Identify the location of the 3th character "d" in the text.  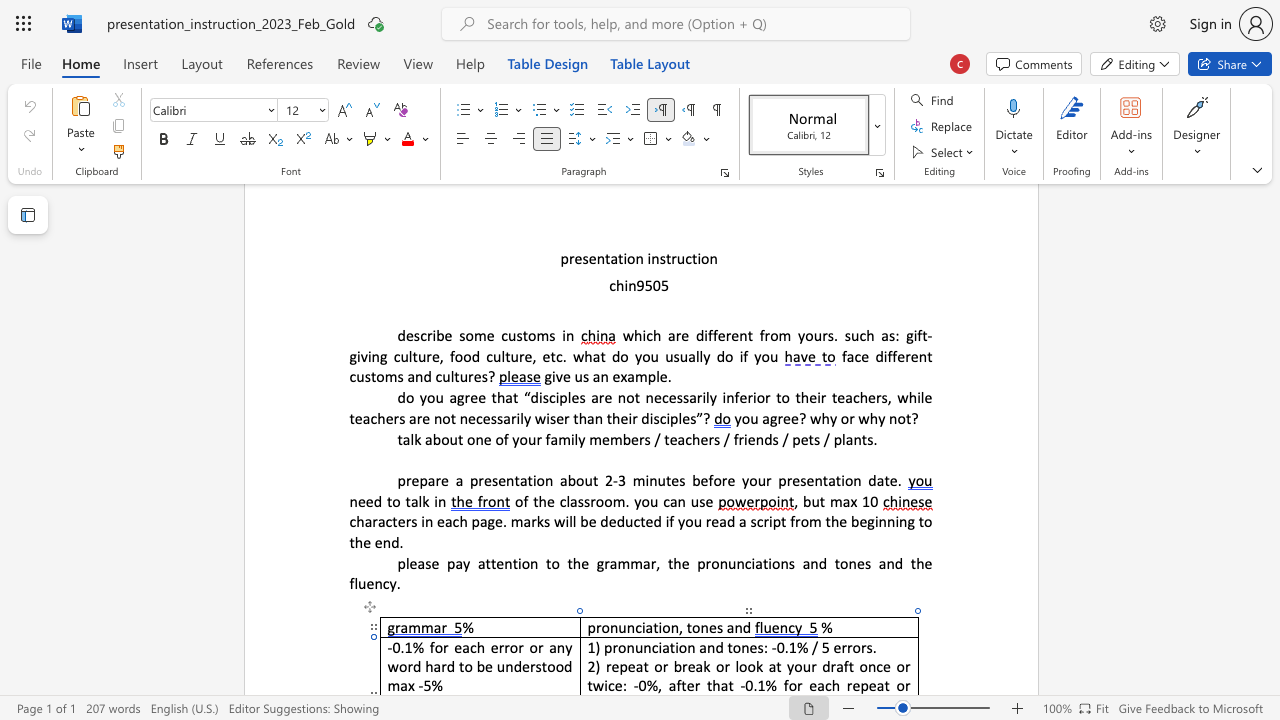
(517, 666).